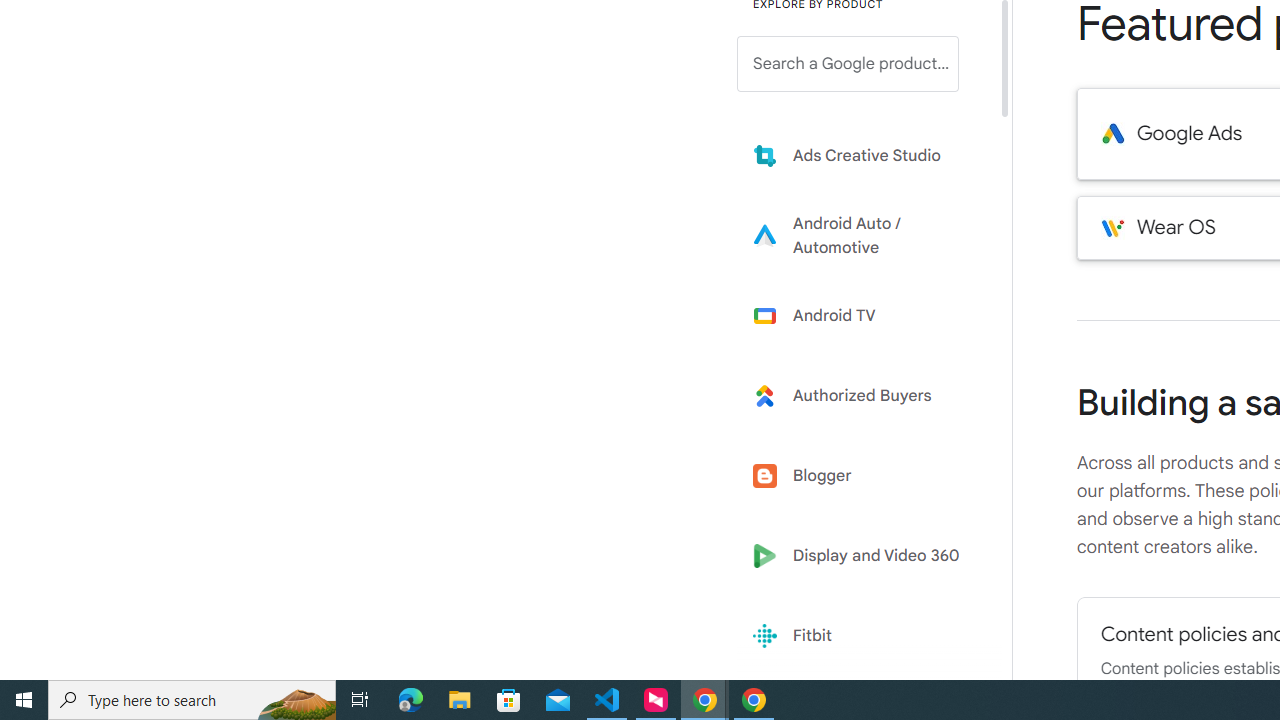 The width and height of the screenshot is (1280, 720). What do you see at coordinates (862, 154) in the screenshot?
I see `'Learn more about Ads Creative Studio'` at bounding box center [862, 154].